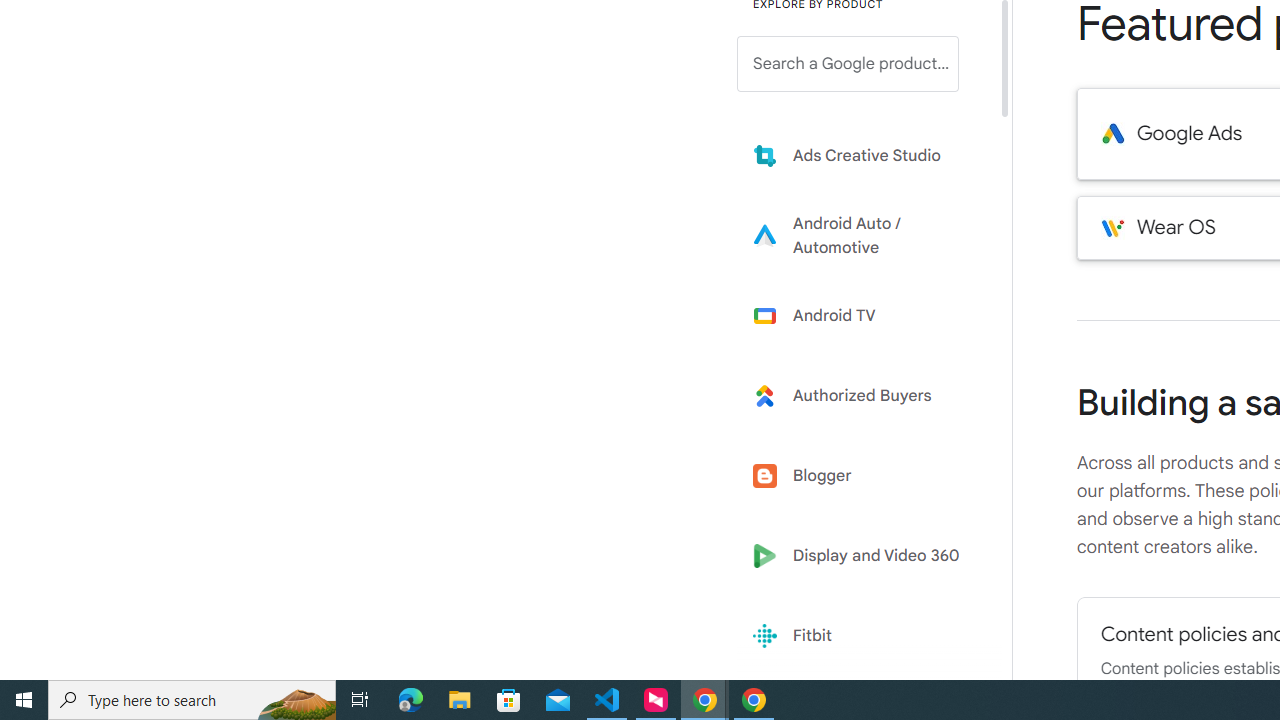 The width and height of the screenshot is (1280, 720). What do you see at coordinates (862, 154) in the screenshot?
I see `'Learn more about Ads Creative Studio'` at bounding box center [862, 154].